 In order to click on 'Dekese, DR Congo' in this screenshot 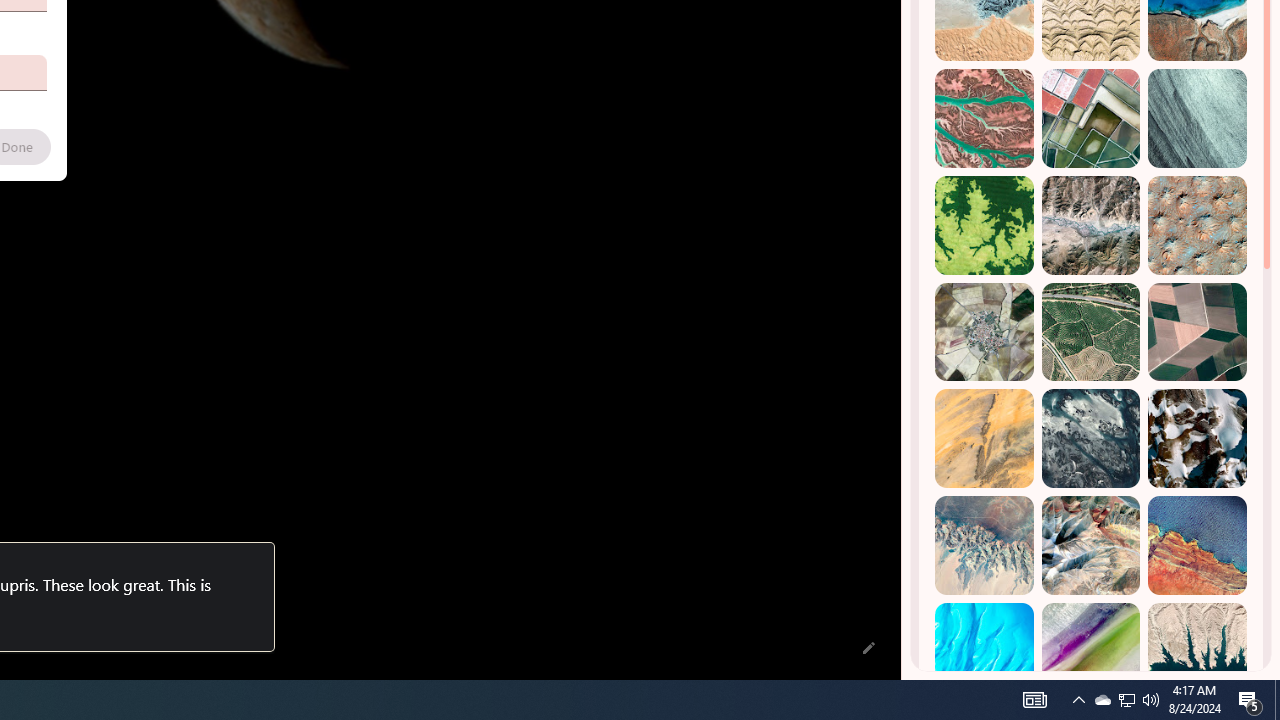, I will do `click(984, 225)`.